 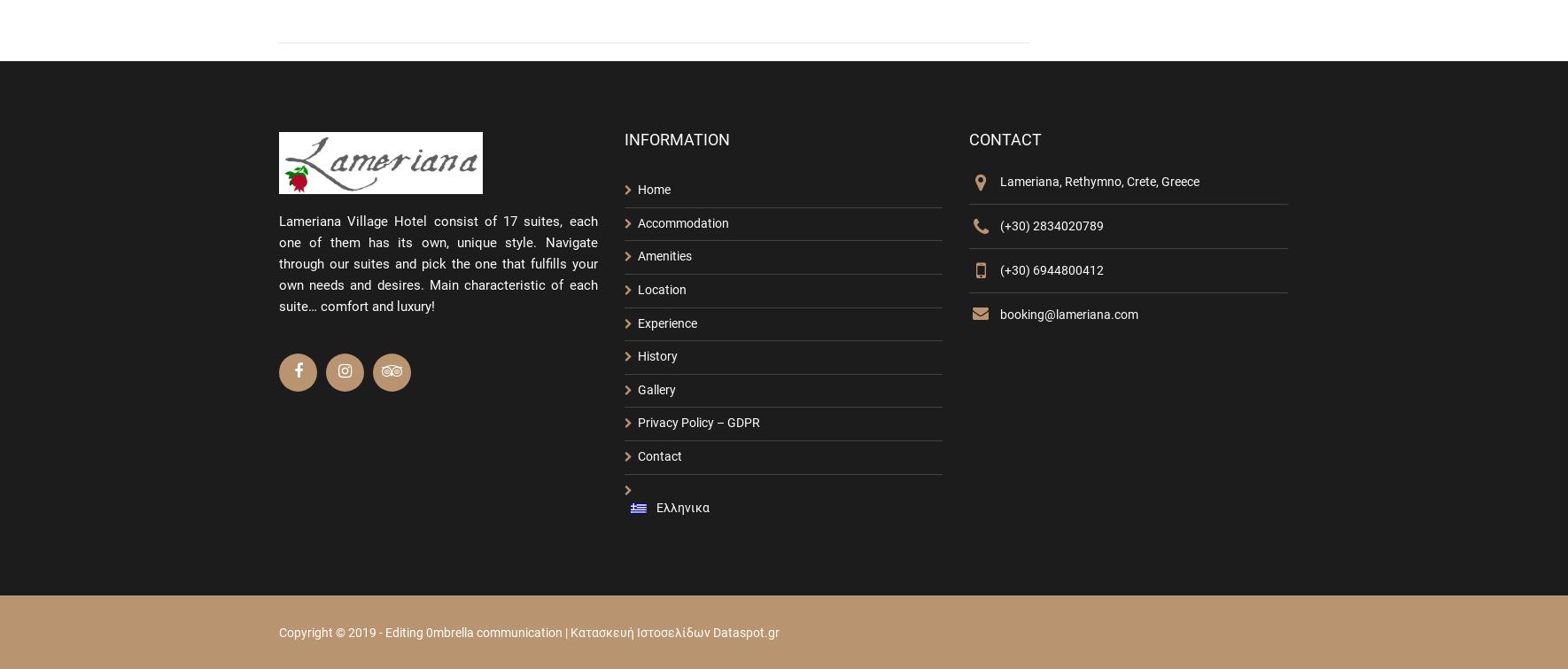 What do you see at coordinates (652, 189) in the screenshot?
I see `'Home'` at bounding box center [652, 189].